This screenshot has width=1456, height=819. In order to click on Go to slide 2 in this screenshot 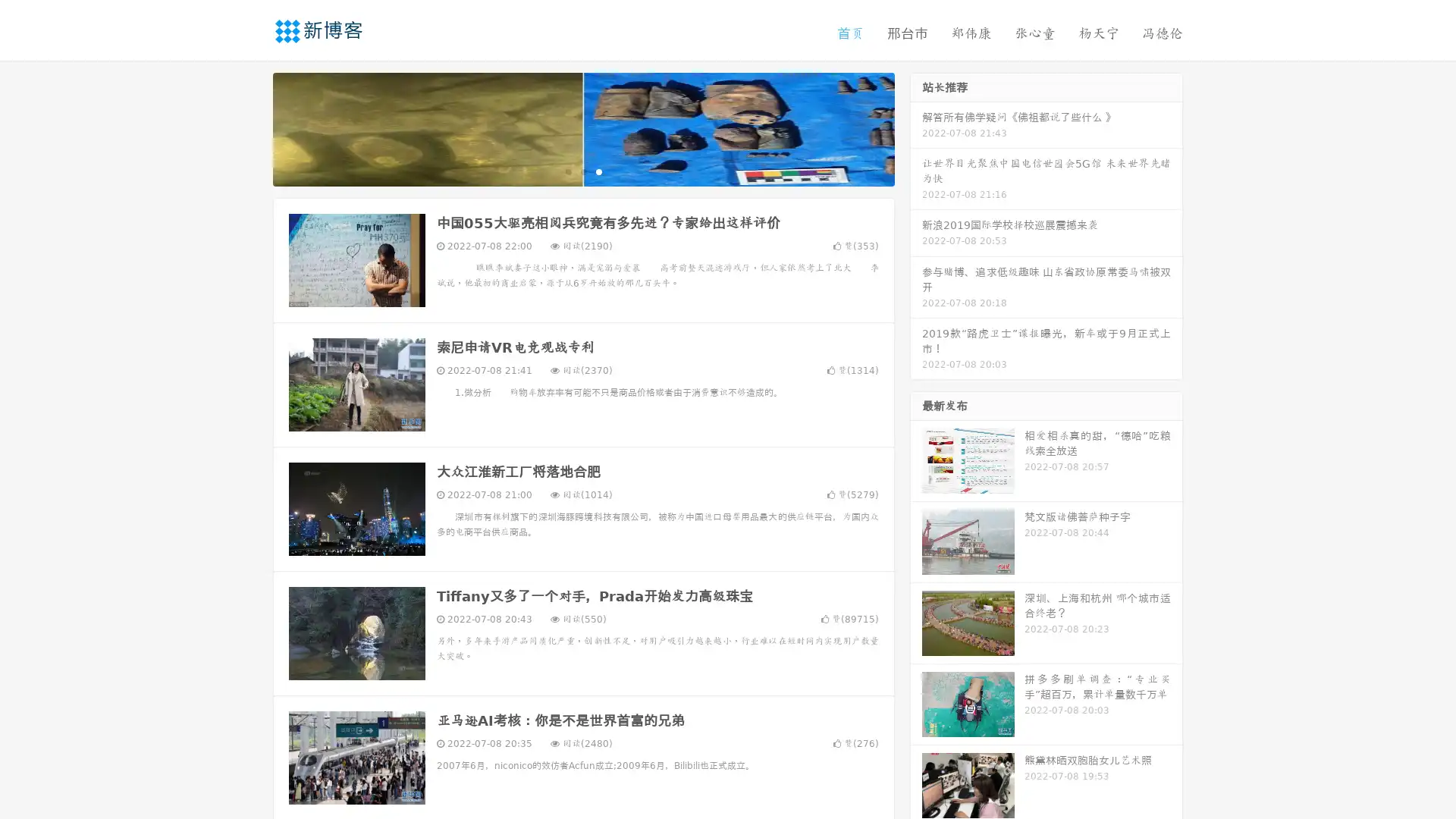, I will do `click(582, 171)`.